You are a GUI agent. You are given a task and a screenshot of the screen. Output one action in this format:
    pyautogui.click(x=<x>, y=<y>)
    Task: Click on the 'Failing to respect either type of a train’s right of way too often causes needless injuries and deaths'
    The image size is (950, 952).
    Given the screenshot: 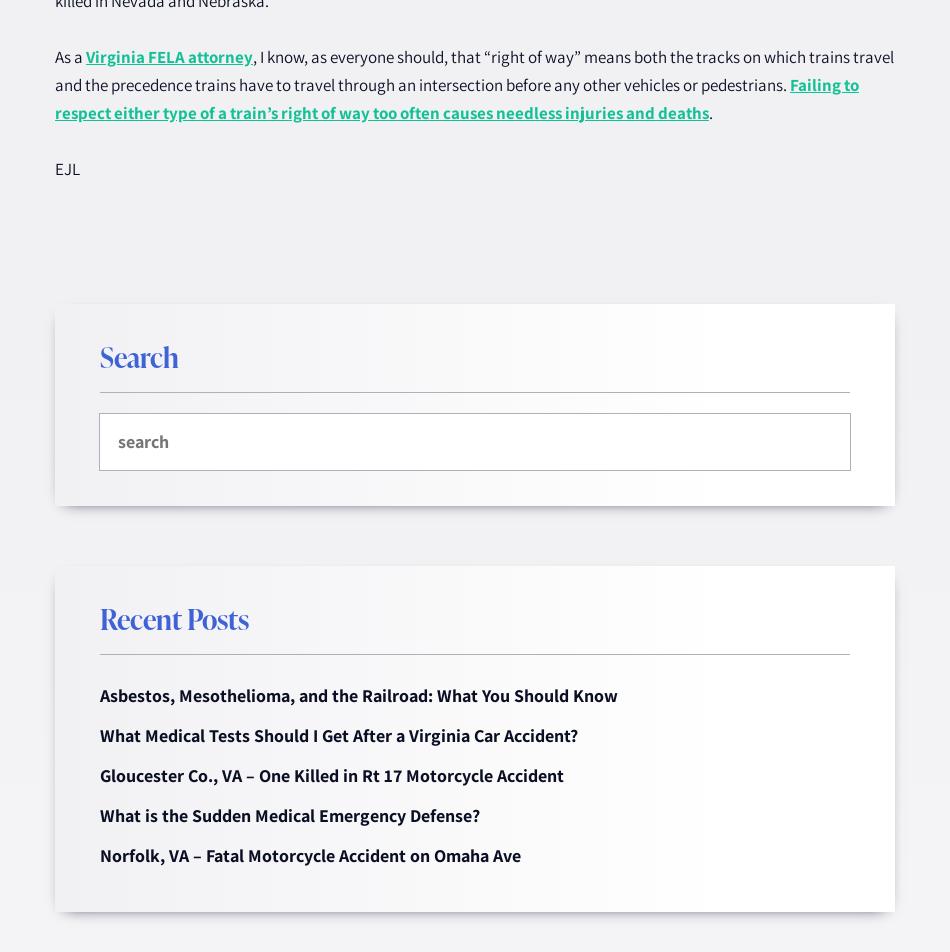 What is the action you would take?
    pyautogui.click(x=456, y=99)
    